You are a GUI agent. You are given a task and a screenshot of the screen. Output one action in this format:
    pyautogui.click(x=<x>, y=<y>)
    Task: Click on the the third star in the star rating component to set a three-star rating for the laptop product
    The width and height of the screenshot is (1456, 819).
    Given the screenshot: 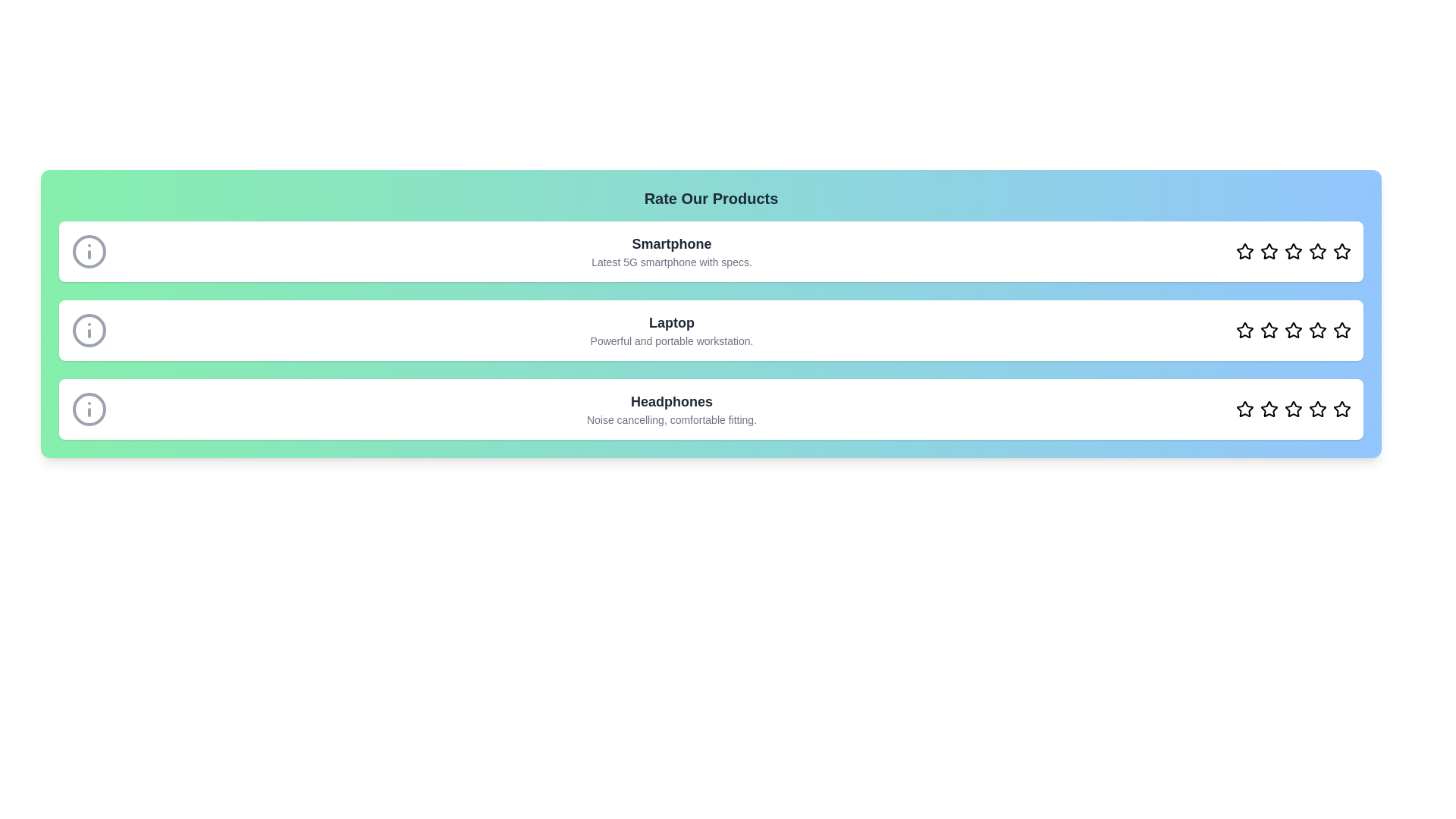 What is the action you would take?
    pyautogui.click(x=1292, y=329)
    